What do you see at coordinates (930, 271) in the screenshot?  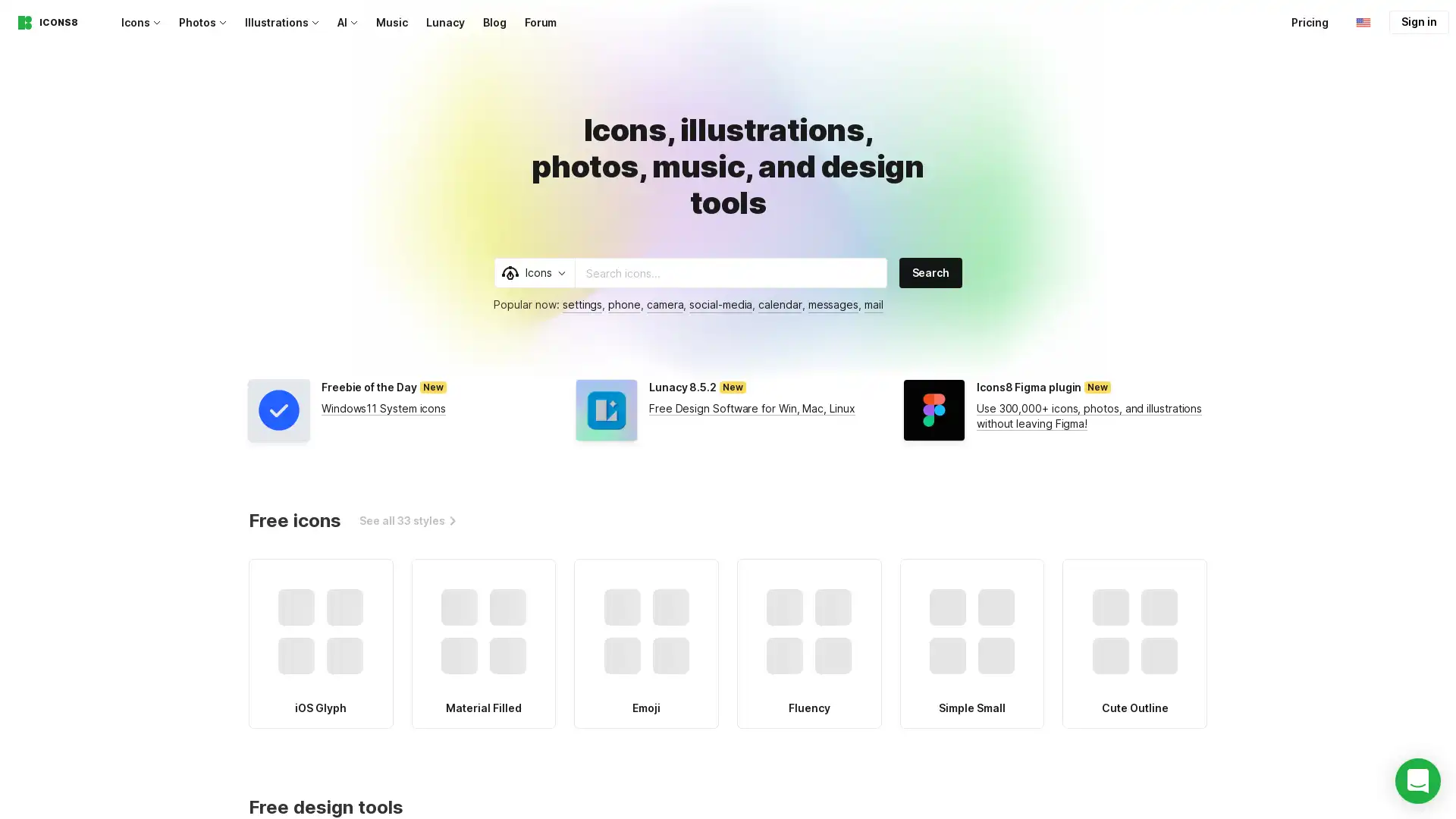 I see `Search` at bounding box center [930, 271].